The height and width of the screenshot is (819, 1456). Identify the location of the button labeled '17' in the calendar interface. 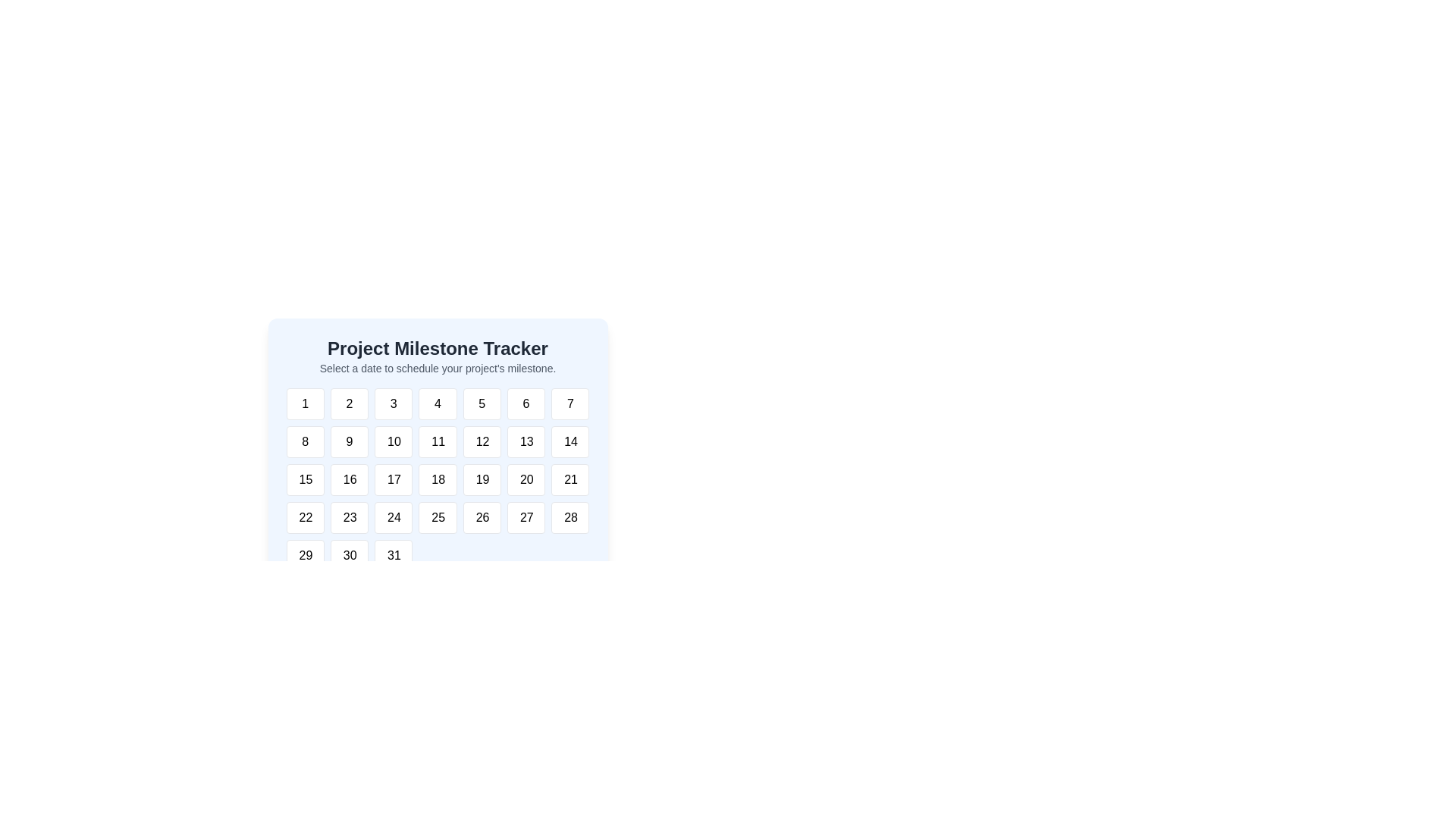
(394, 479).